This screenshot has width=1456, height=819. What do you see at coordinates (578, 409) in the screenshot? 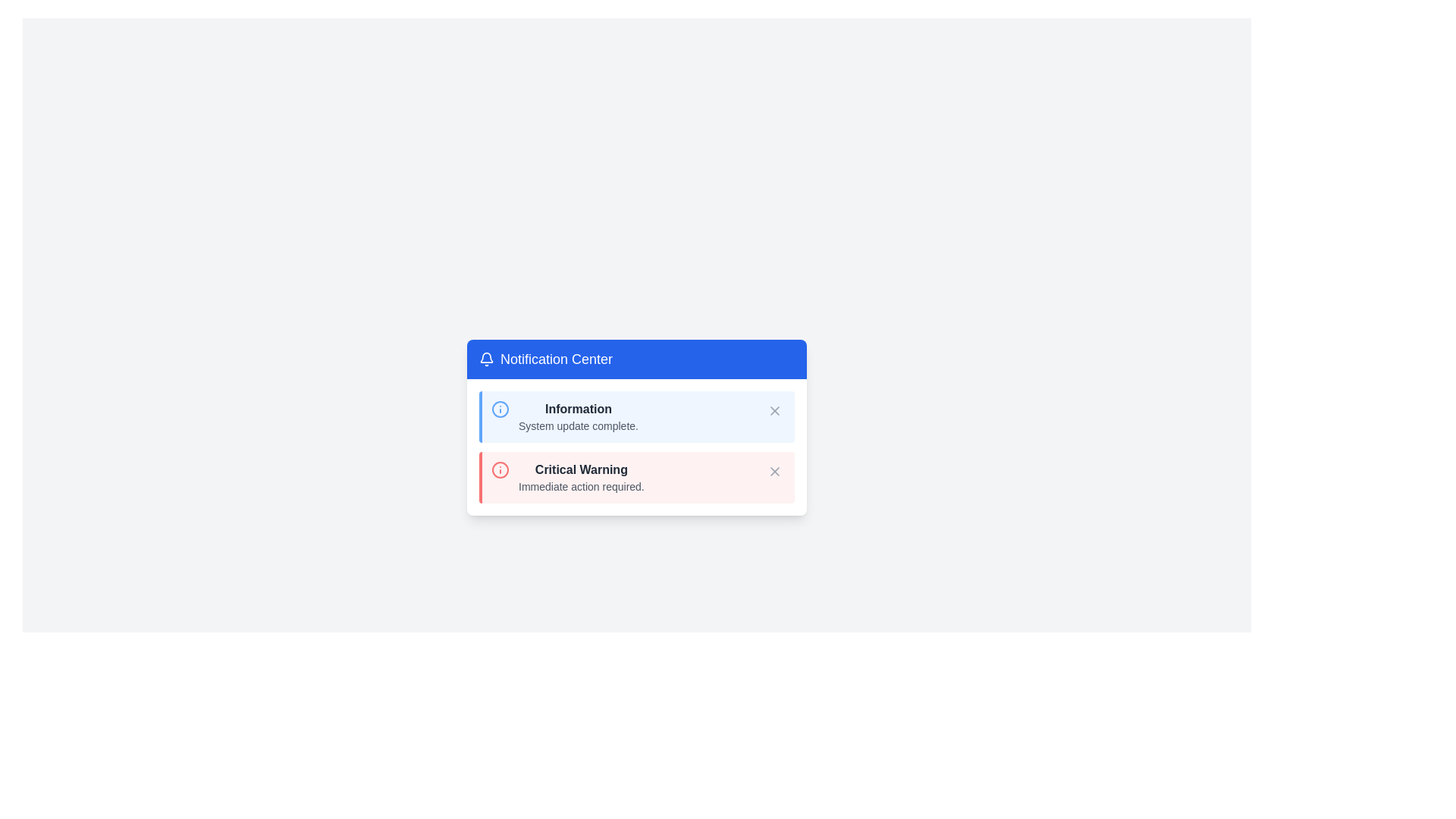
I see `the 'Information' text label, which is a bold gray header in a notification card located above the message 'System update complete.'` at bounding box center [578, 409].